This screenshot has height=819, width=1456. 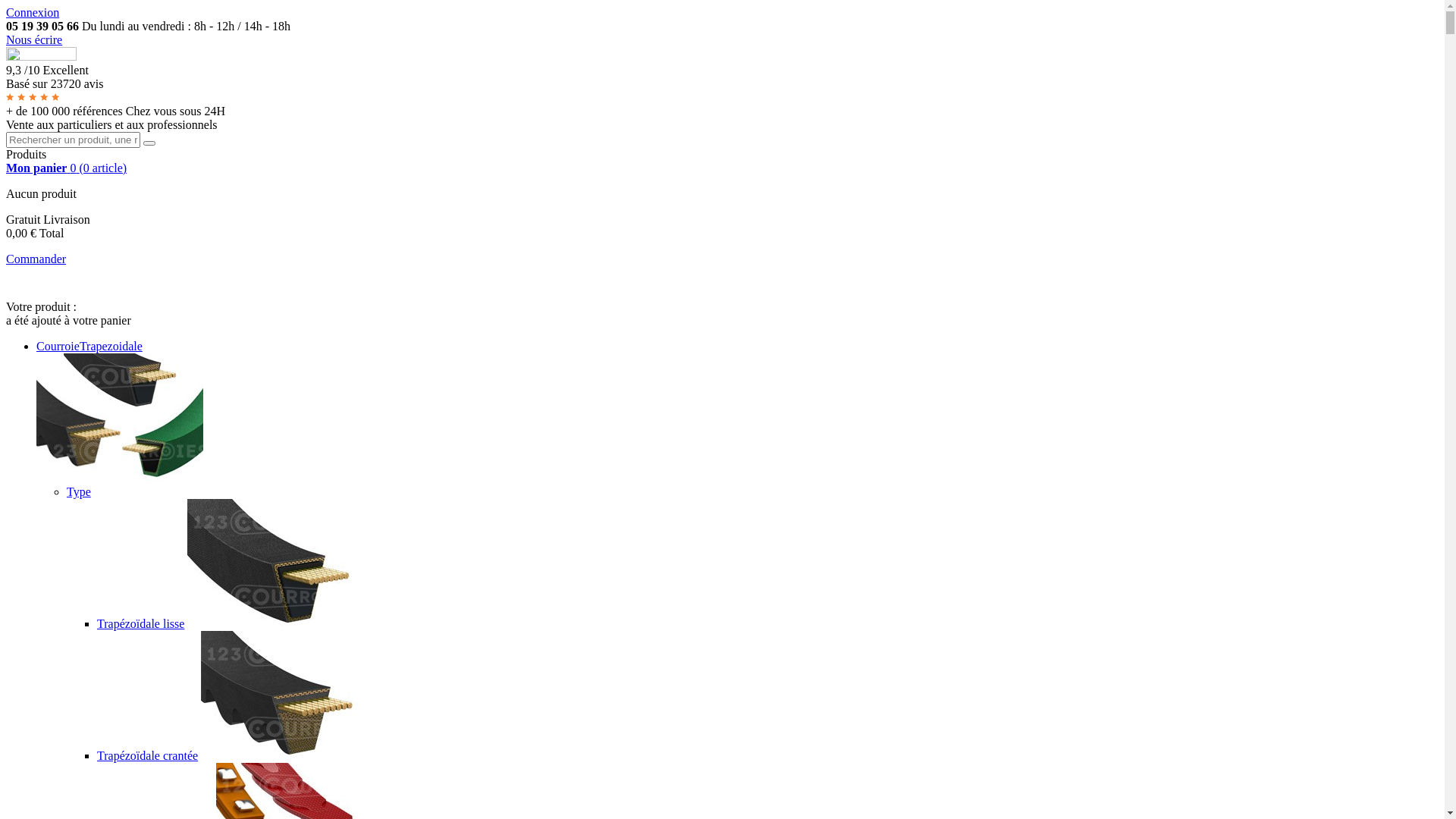 What do you see at coordinates (89, 346) in the screenshot?
I see `'CourroieTrapezoidale'` at bounding box center [89, 346].